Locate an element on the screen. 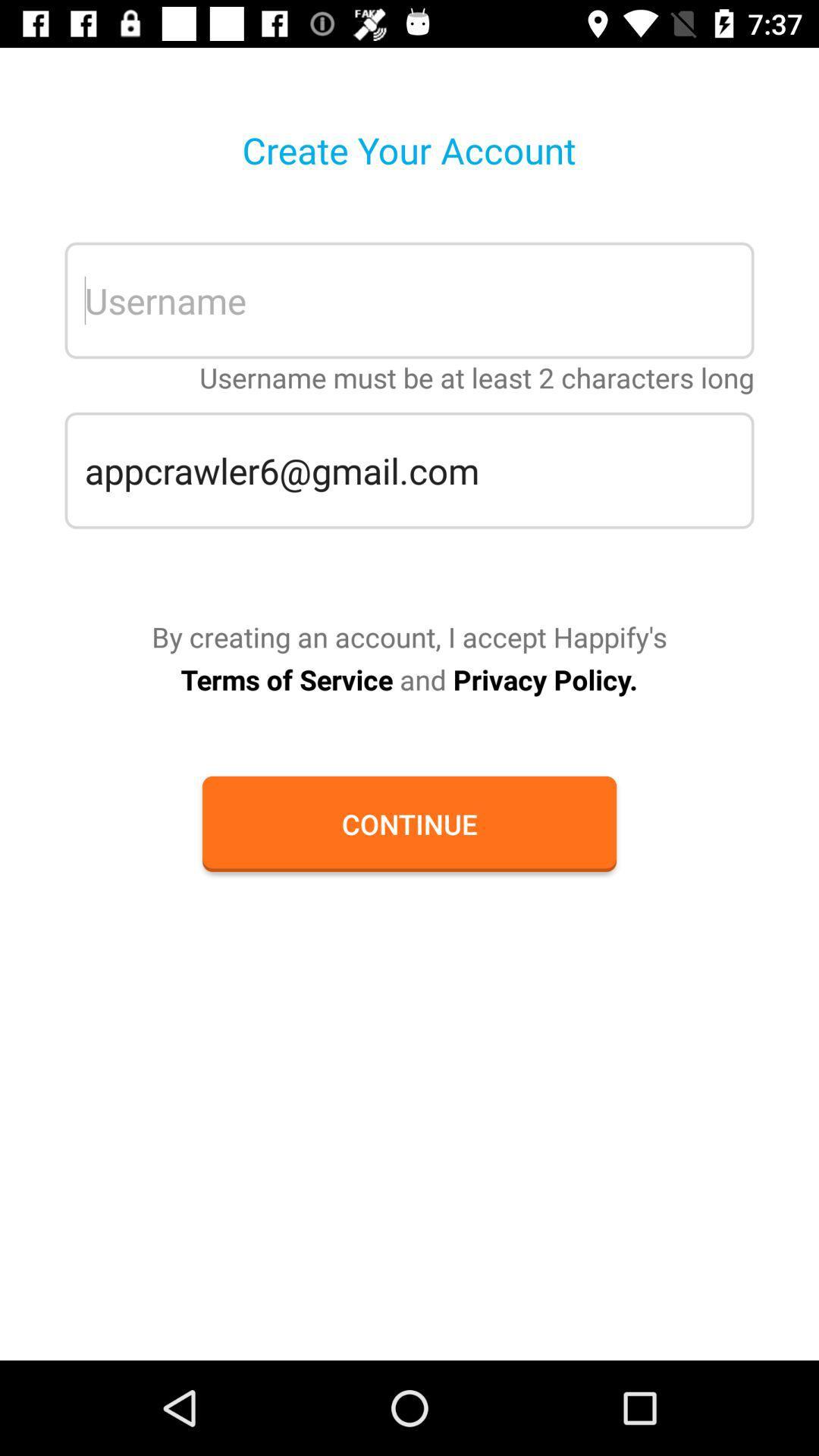 The height and width of the screenshot is (1456, 819). fill username is located at coordinates (409, 300).